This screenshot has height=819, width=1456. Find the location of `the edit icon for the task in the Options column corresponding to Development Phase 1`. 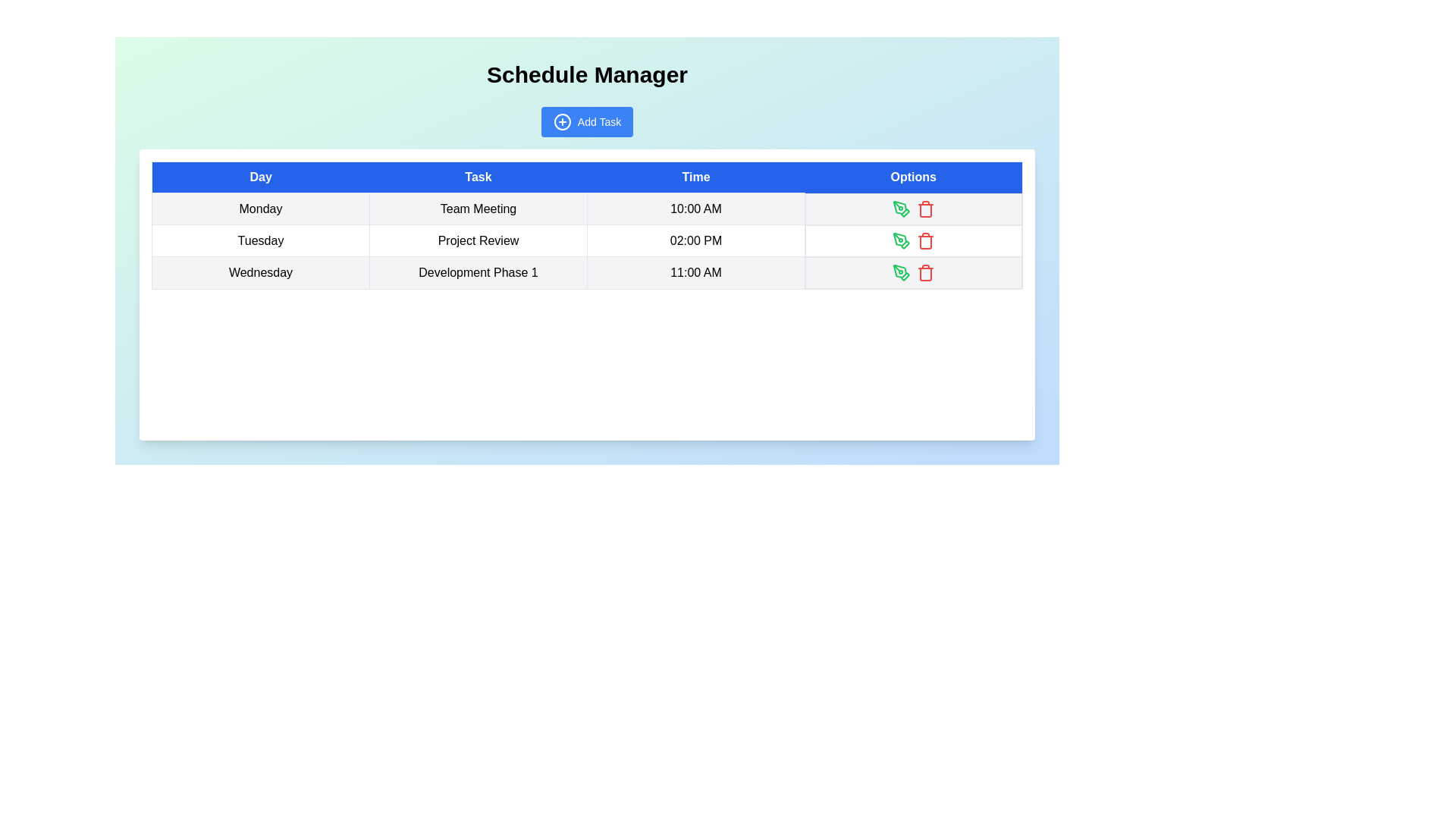

the edit icon for the task in the Options column corresponding to Development Phase 1 is located at coordinates (902, 271).